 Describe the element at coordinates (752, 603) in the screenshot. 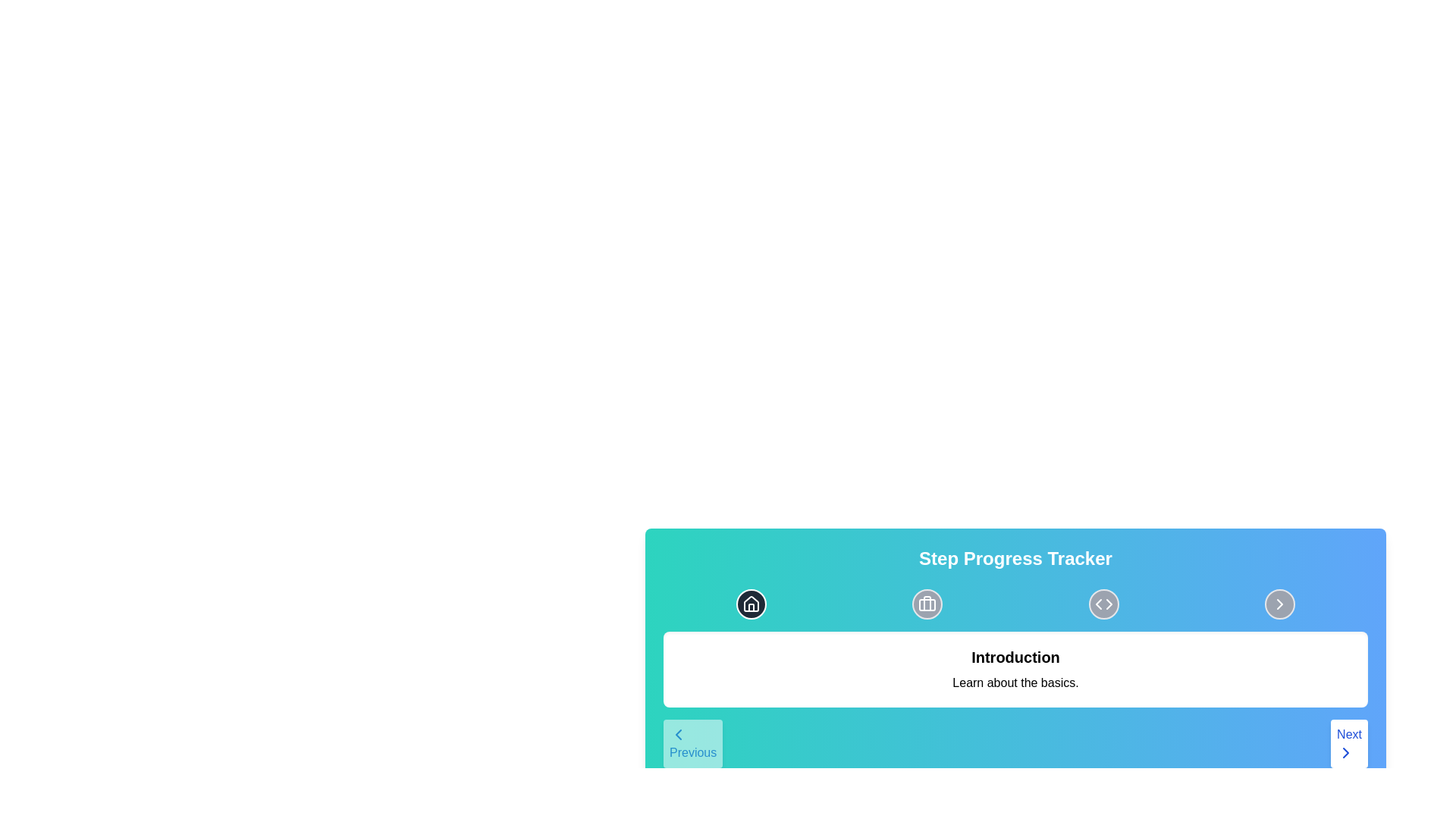

I see `the house-like SVG icon in the toolbar` at that location.